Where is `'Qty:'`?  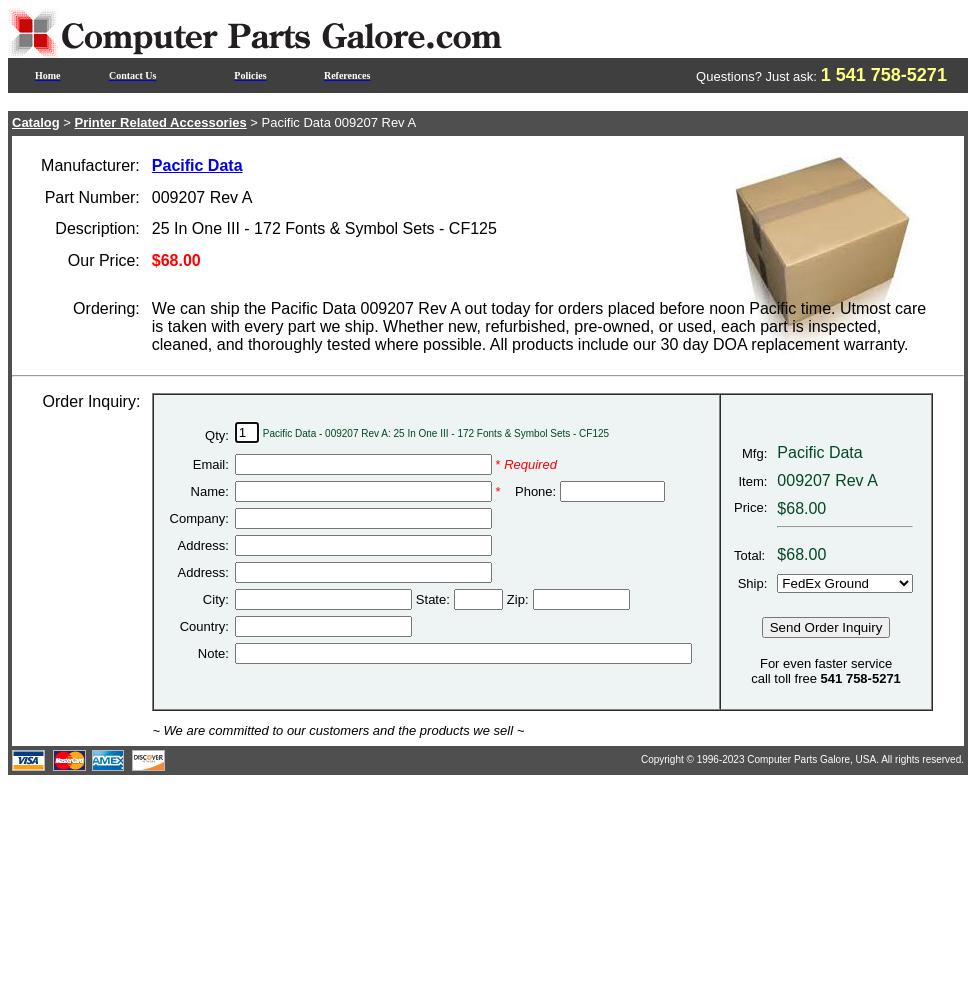
'Qty:' is located at coordinates (204, 434).